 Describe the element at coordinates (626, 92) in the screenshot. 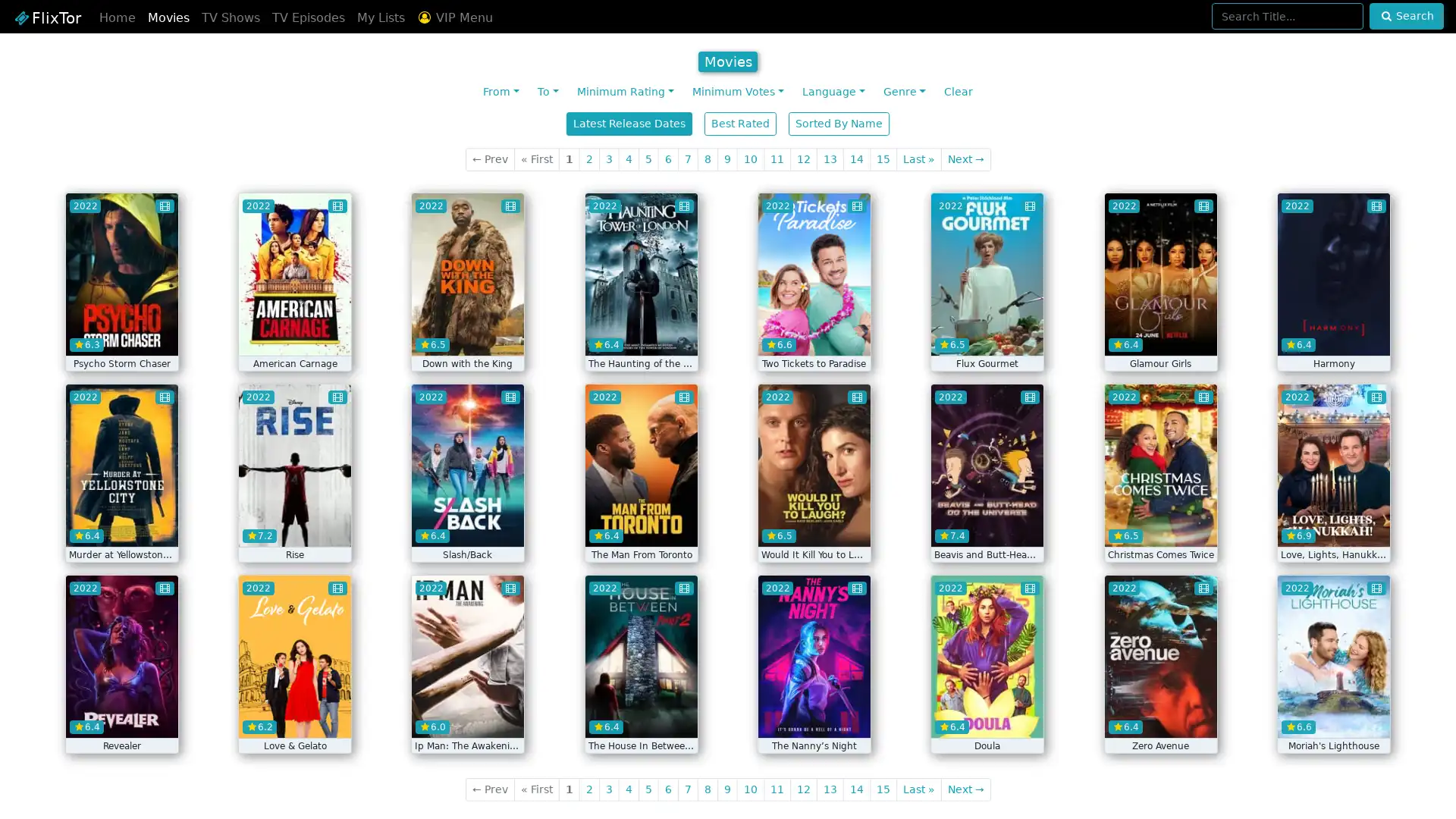

I see `Minimum Rating` at that location.